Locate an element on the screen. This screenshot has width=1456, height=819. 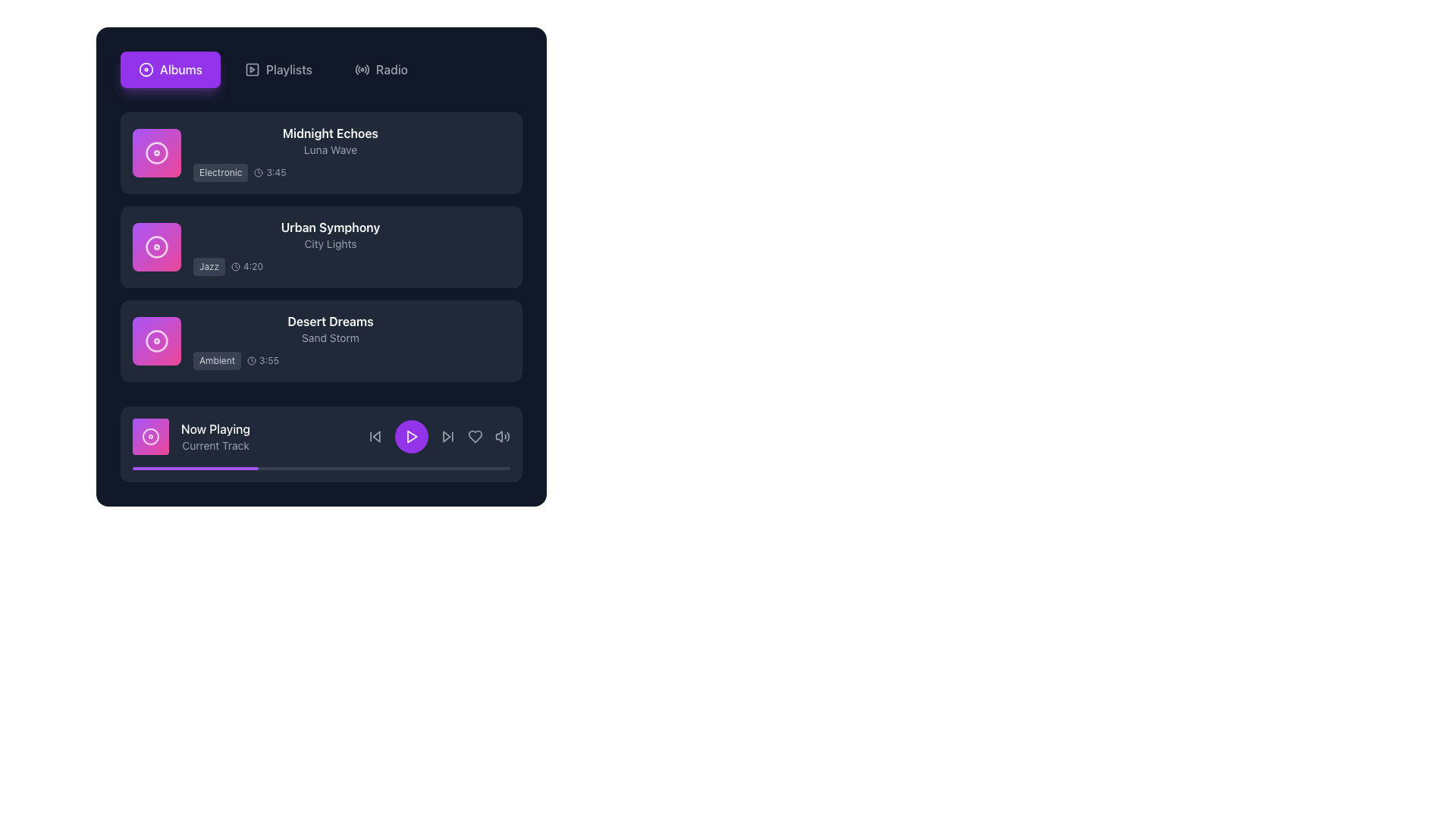
the first list item containing the song title 'Midnight Echoes' is located at coordinates (330, 152).